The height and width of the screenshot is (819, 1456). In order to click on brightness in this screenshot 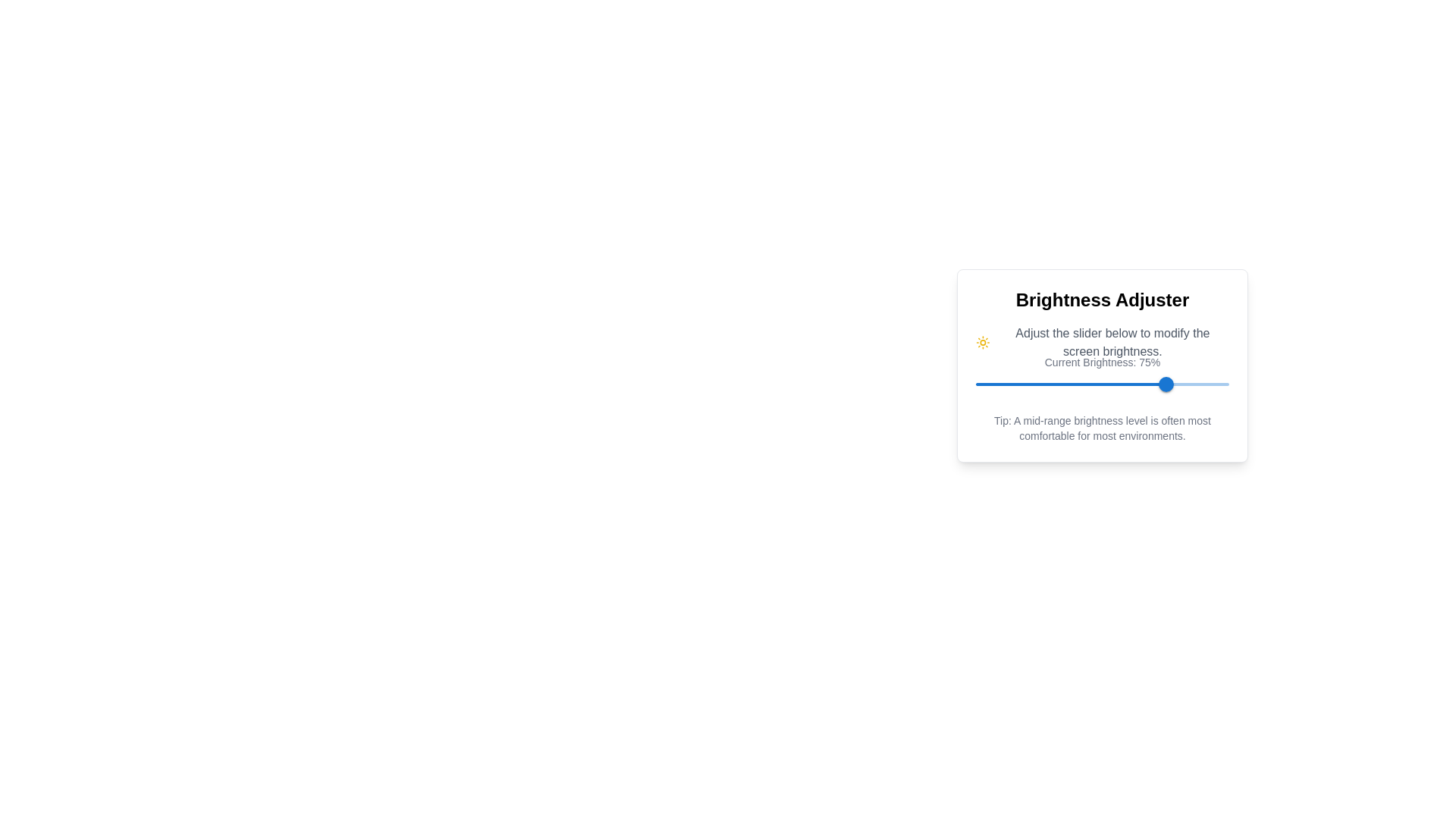, I will do `click(1068, 383)`.